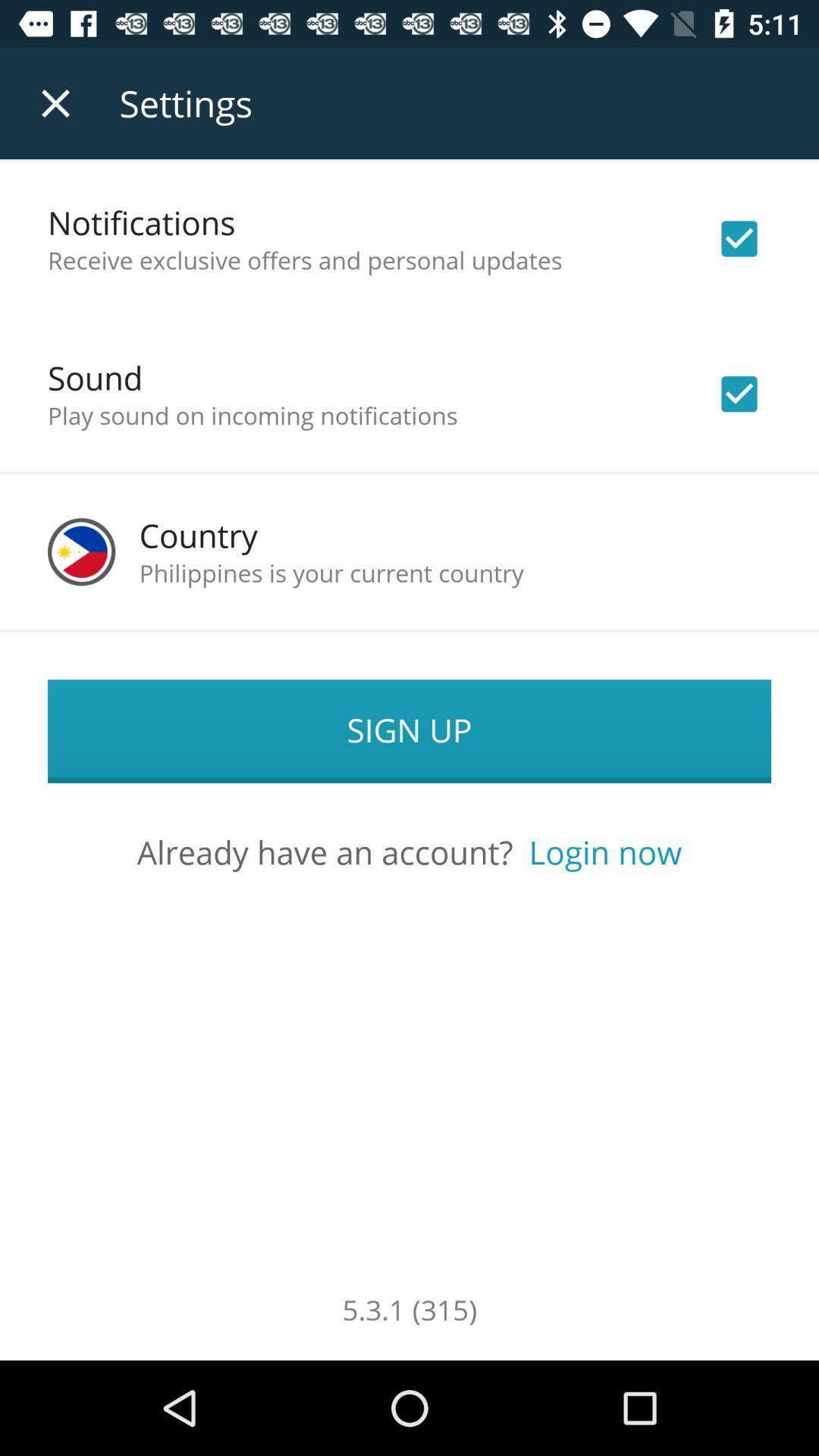  What do you see at coordinates (409, 731) in the screenshot?
I see `the sign up` at bounding box center [409, 731].